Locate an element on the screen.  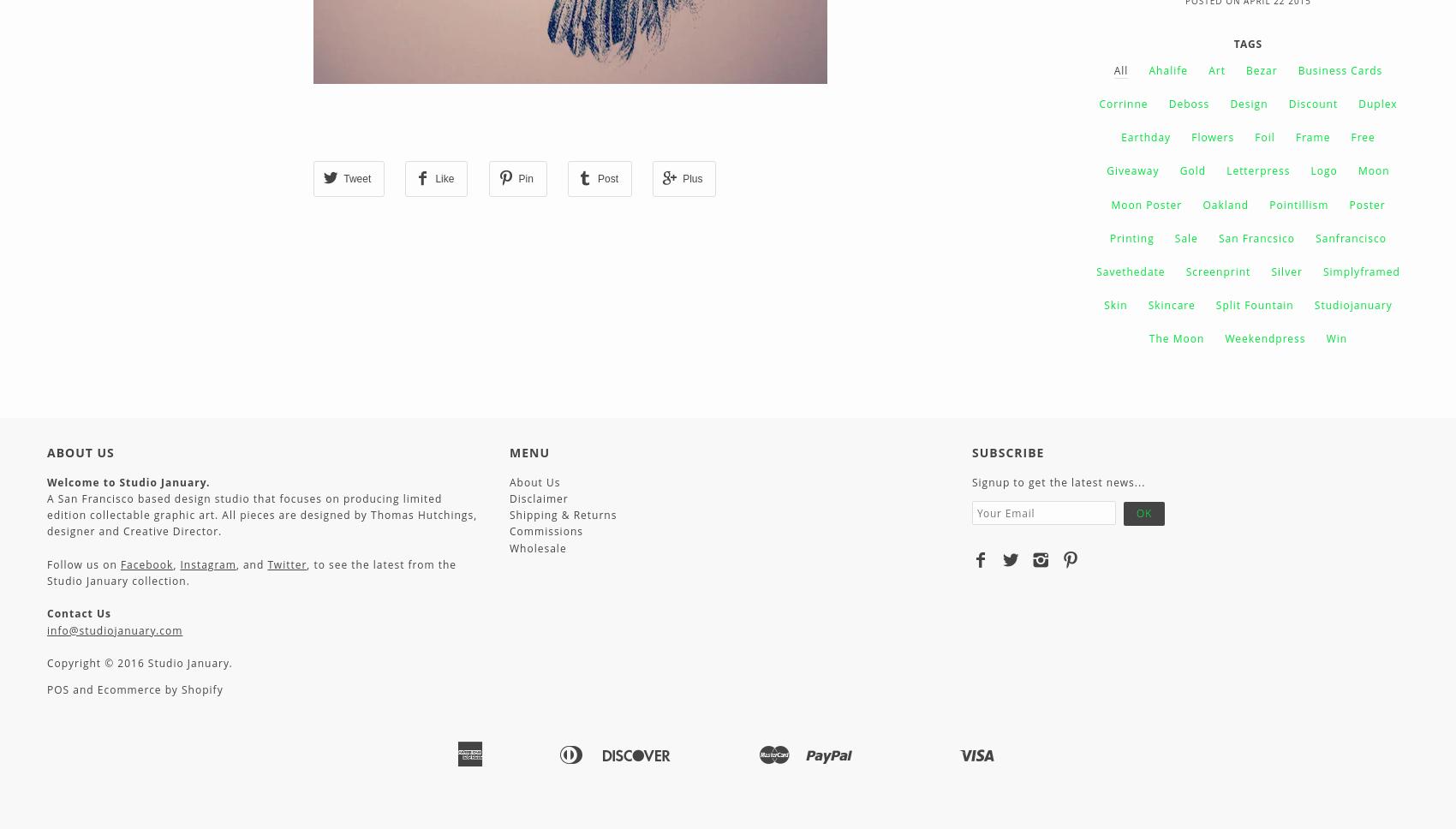
'Frame' is located at coordinates (1312, 136).